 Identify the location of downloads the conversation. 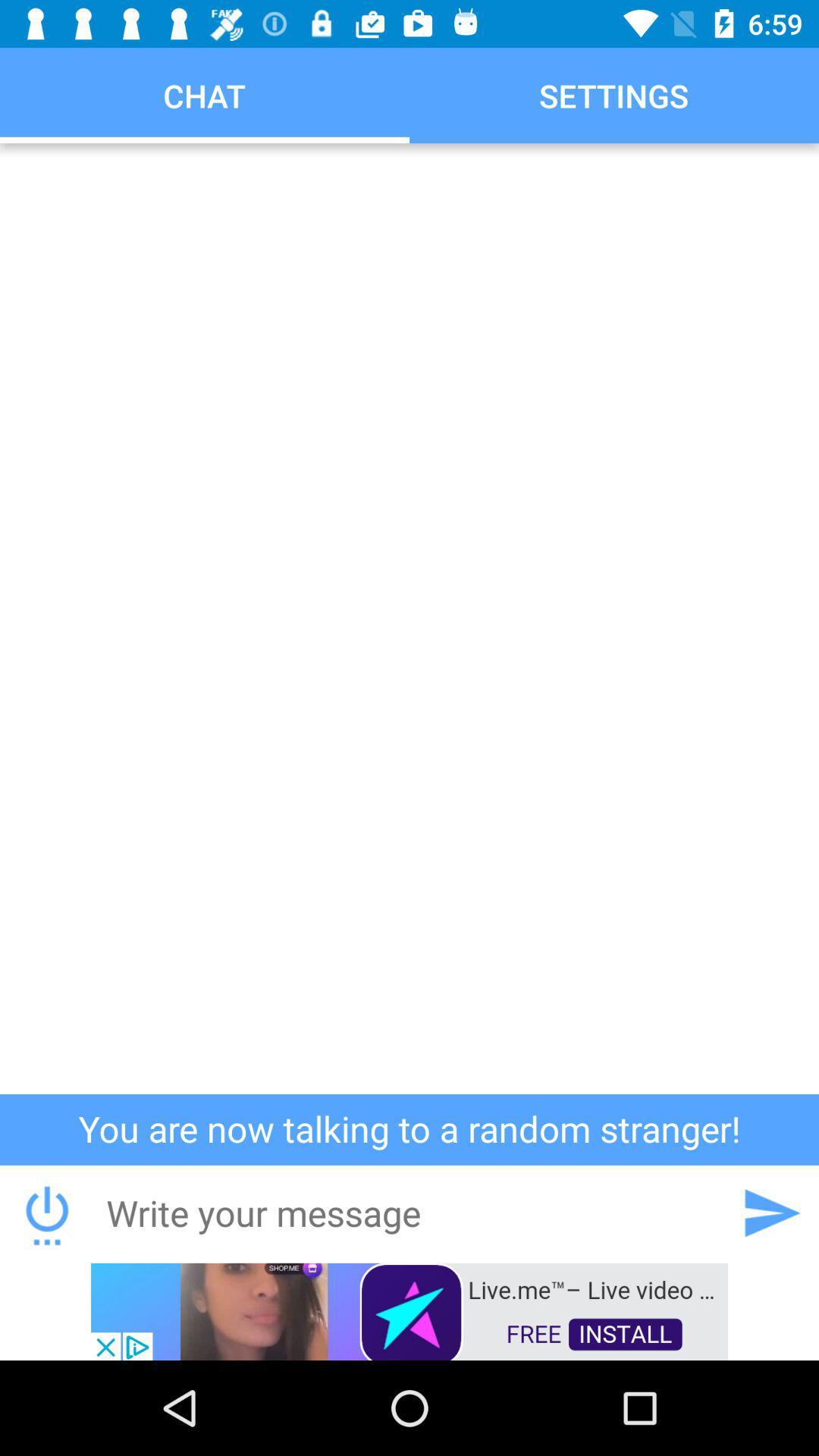
(46, 1212).